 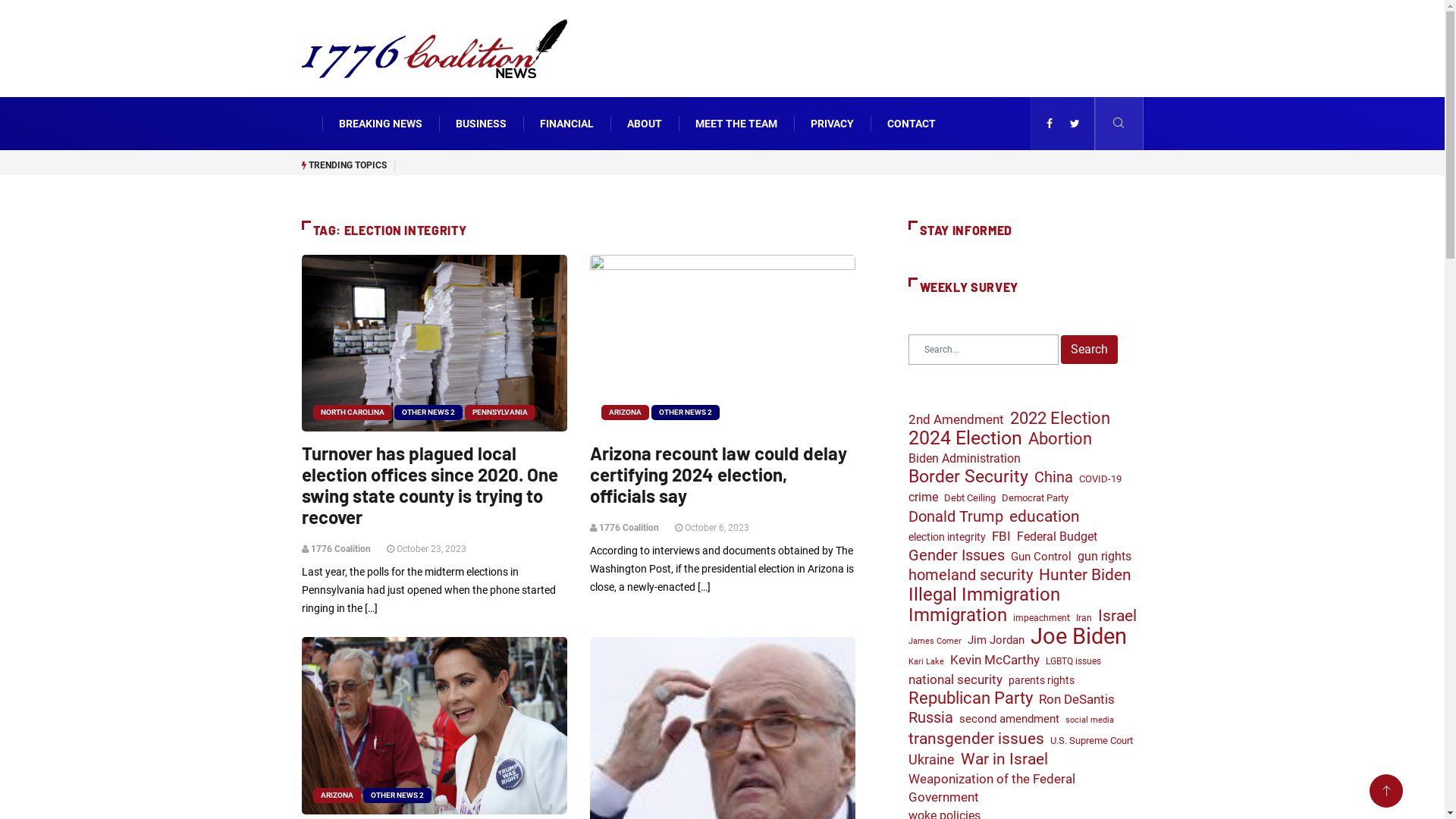 What do you see at coordinates (971, 576) in the screenshot?
I see `'homeland security'` at bounding box center [971, 576].